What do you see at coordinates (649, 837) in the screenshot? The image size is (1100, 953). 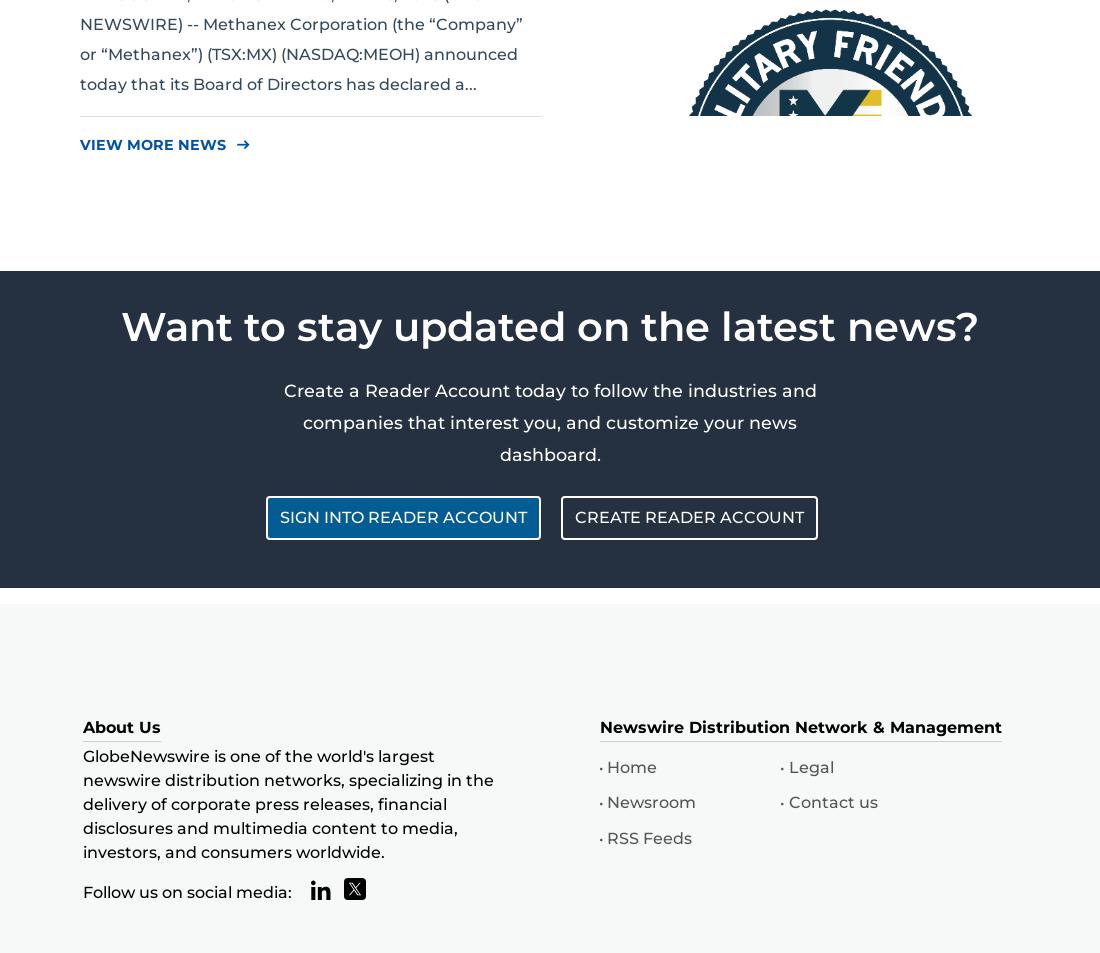 I see `'RSS Feeds'` at bounding box center [649, 837].